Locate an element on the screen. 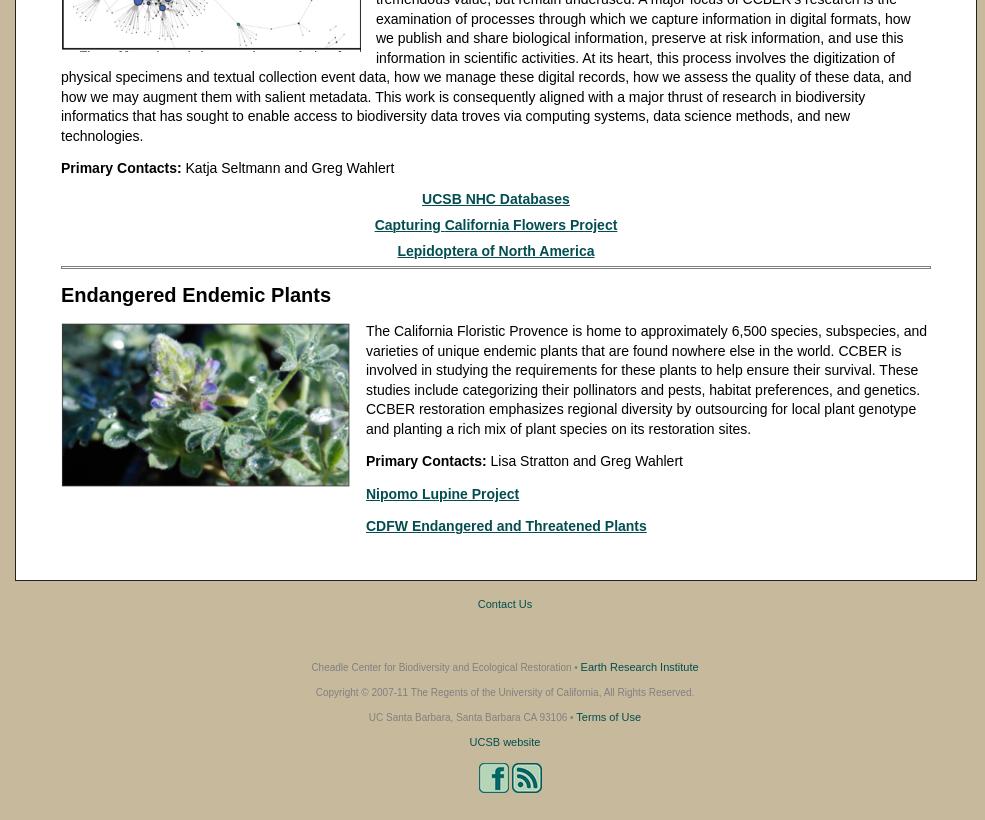  'Copyright © 2007-11 The Regents of the University of California, All Rights Reserved.' is located at coordinates (315, 691).